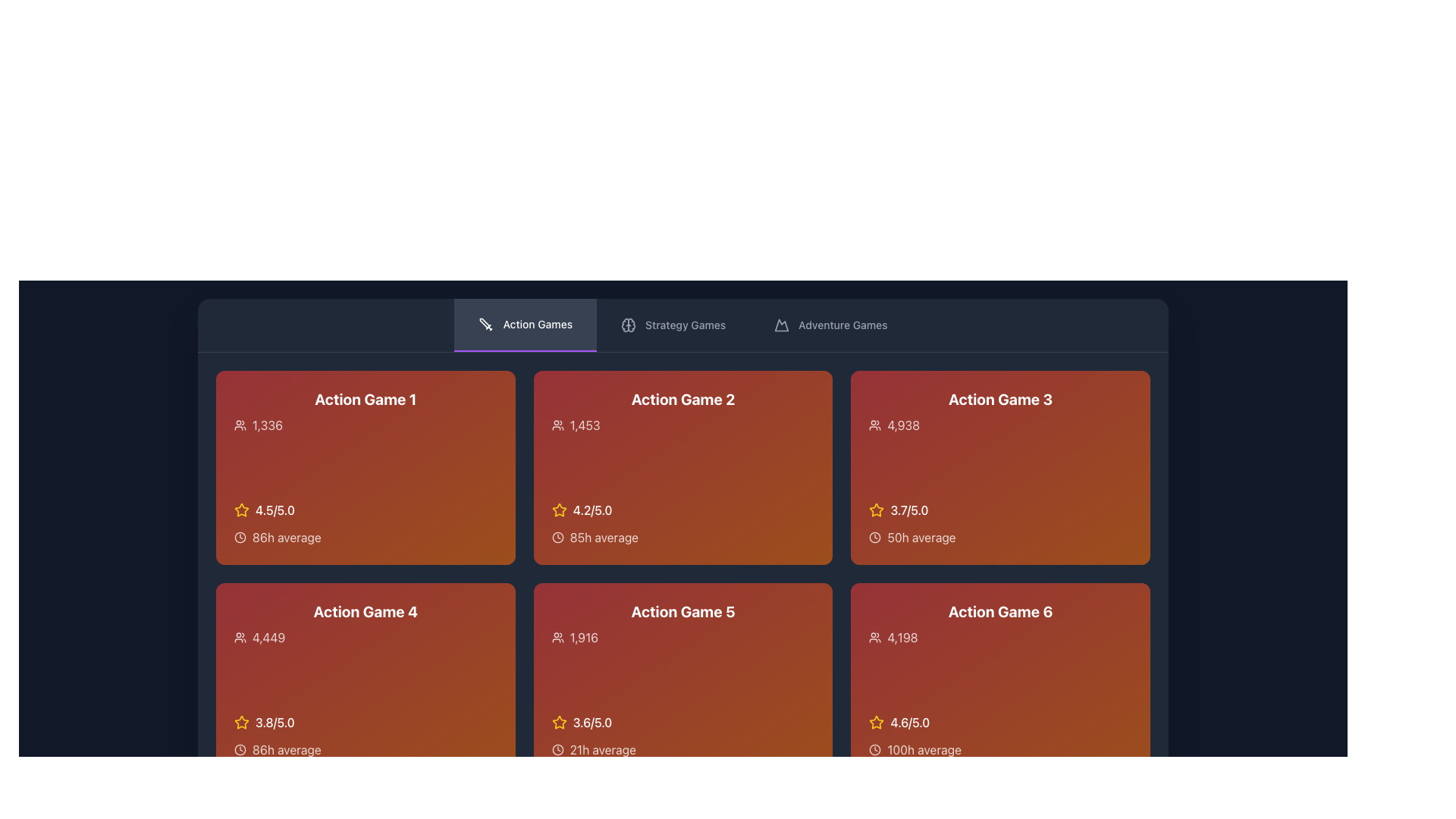 The image size is (1456, 819). I want to click on the clock icon represented by the circular shape located in the top-left of the 'Action Game 1' card to trigger related actions, assuming it is interactive, so click(239, 537).